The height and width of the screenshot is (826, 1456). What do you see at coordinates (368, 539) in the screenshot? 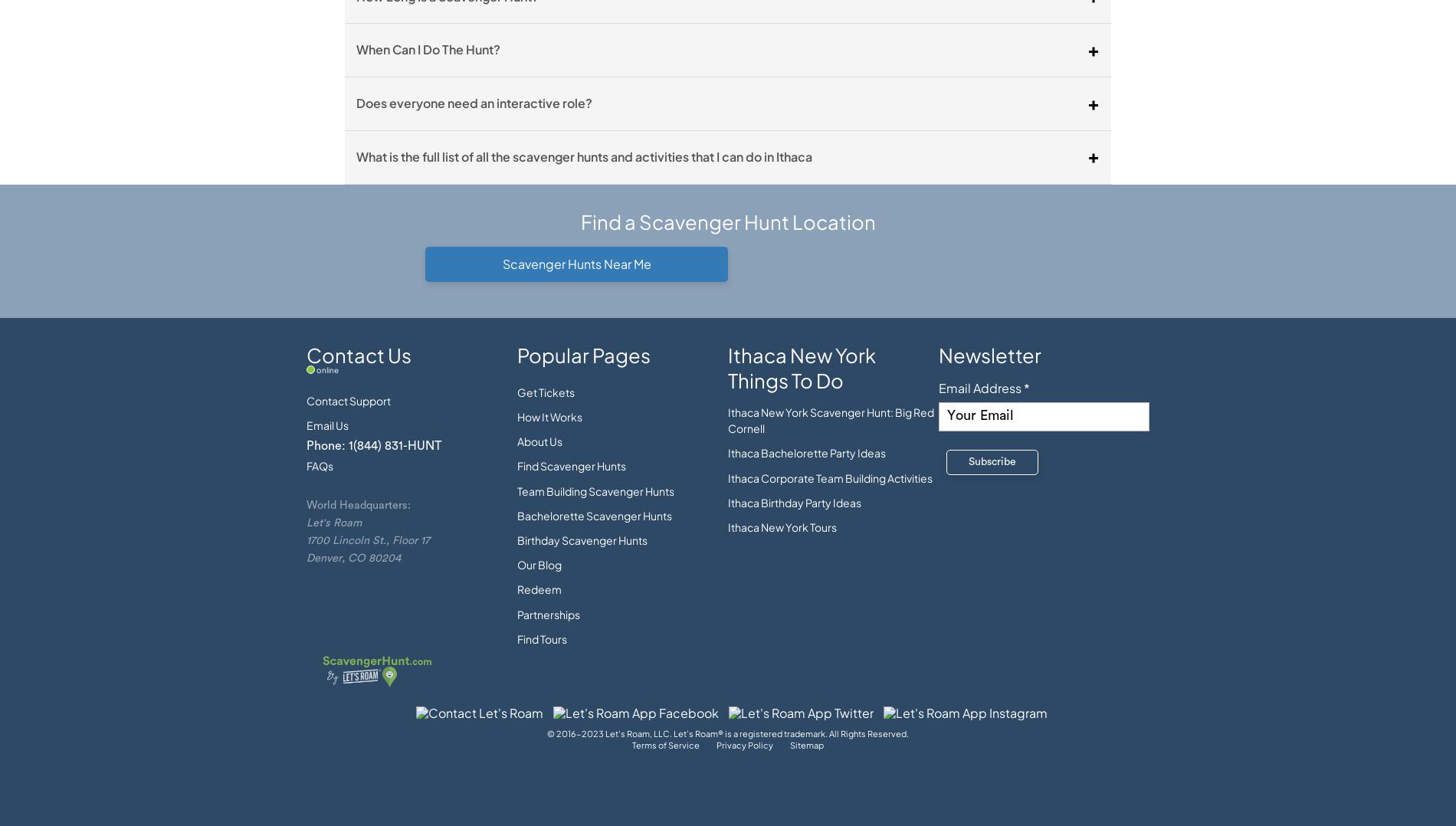
I see `'1700 Lincoln St., Floor 17'` at bounding box center [368, 539].